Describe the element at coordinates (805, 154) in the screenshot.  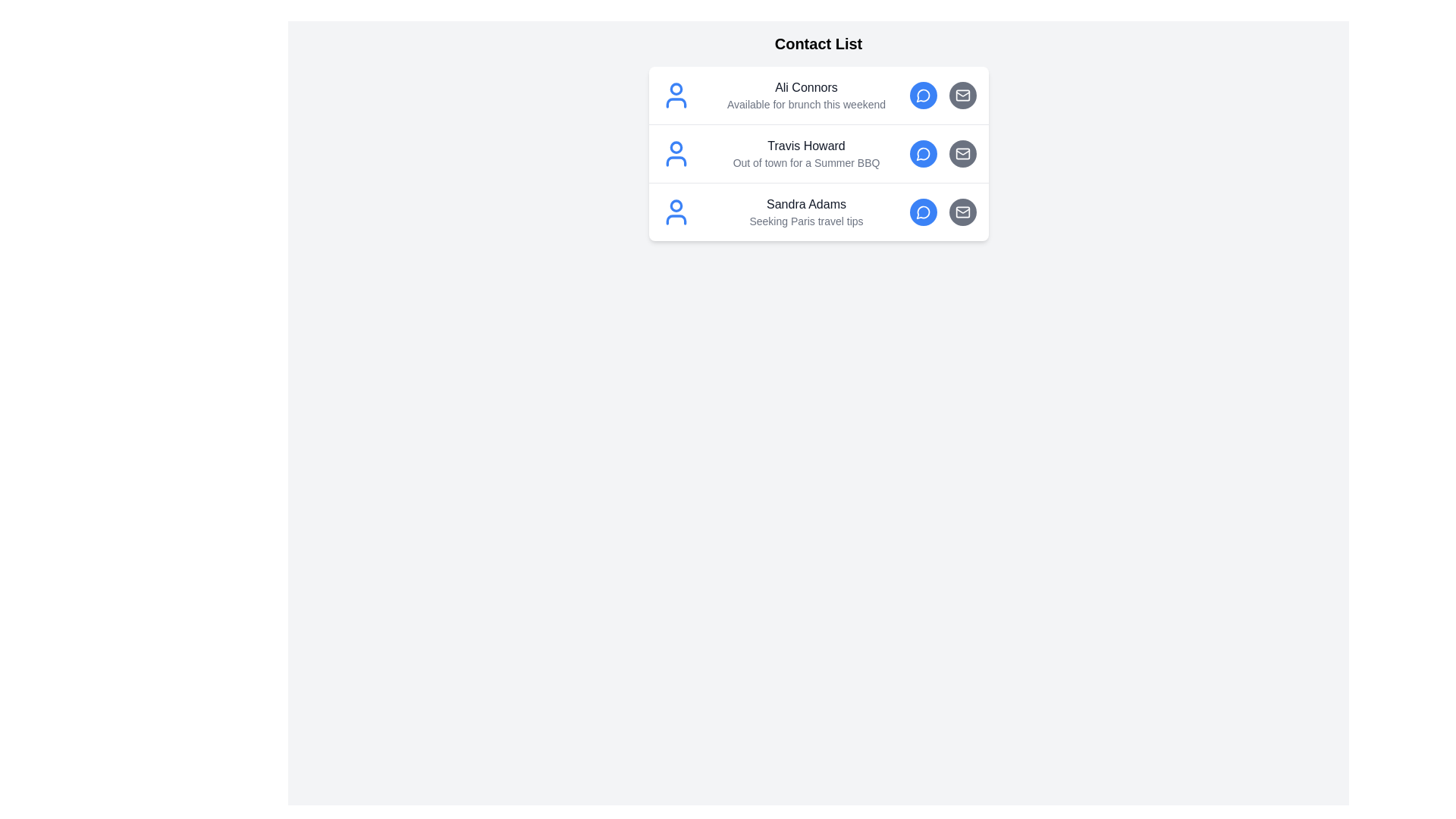
I see `text displayed in the contact block for 'Travis Howard', which shows their status message 'Out of town for a Summer BBQ'. This element is the second entry in the contact list, positioned below 'Ali Connors' and above 'Sandra Adams'` at that location.